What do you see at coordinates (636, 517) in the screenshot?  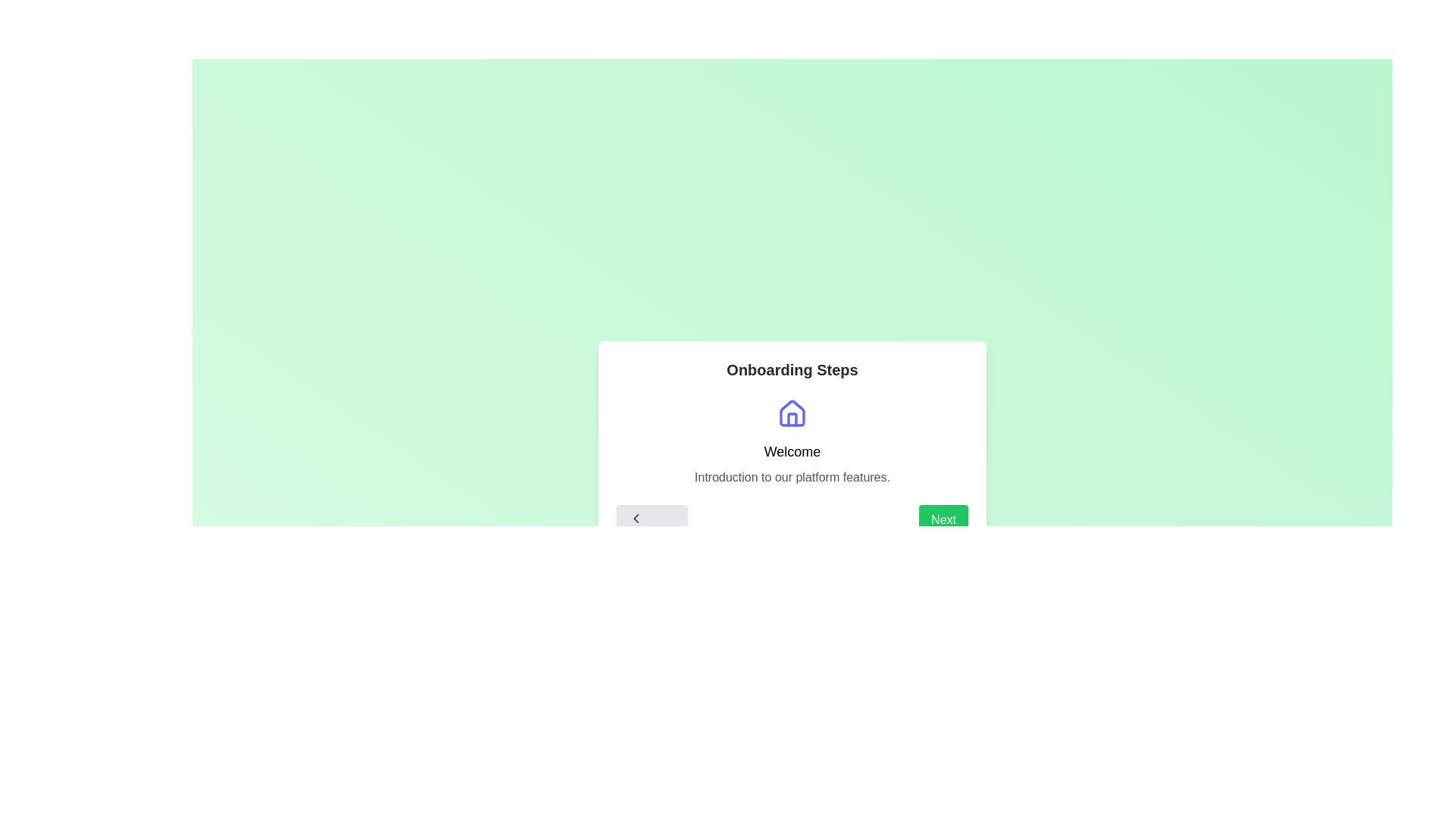 I see `the navigation button icon located in the lower-left corner of the onboarding modal, which is intended for moving to the previous step in the process` at bounding box center [636, 517].